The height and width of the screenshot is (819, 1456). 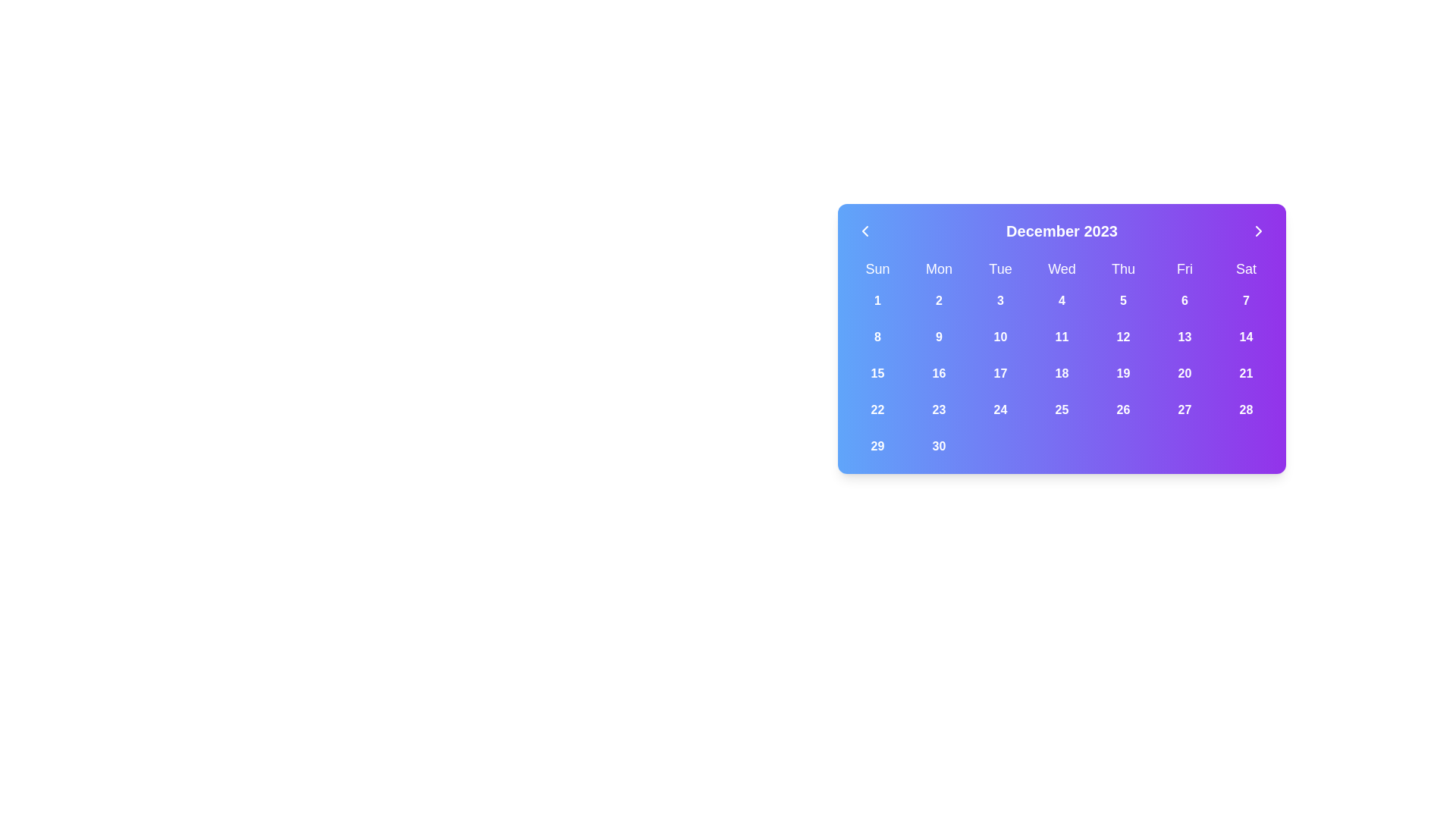 I want to click on the button in the top-right corner of the calendar interface, so click(x=1259, y=231).